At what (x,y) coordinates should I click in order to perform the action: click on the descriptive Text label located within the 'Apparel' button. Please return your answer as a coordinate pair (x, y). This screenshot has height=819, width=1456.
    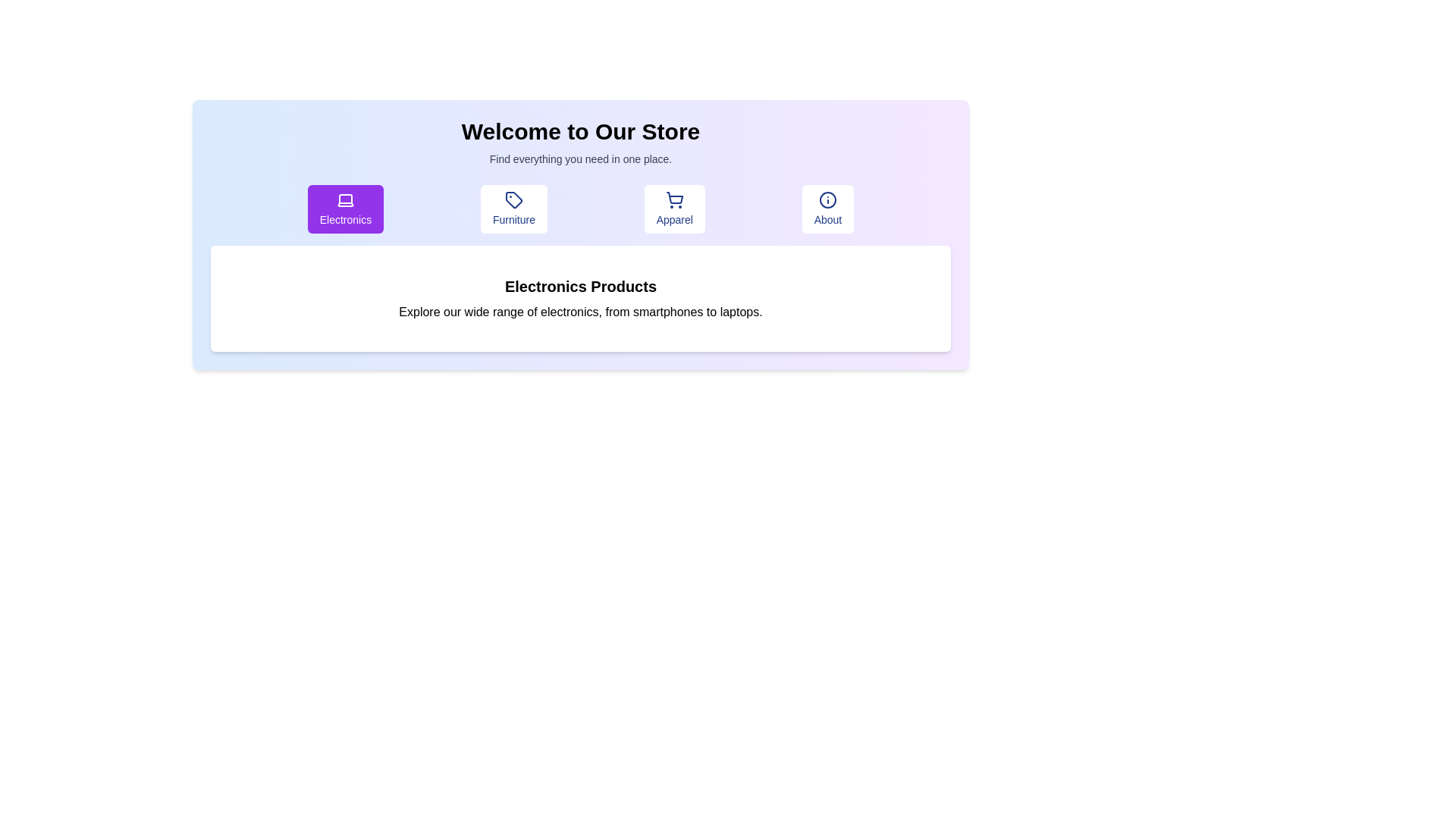
    Looking at the image, I should click on (673, 219).